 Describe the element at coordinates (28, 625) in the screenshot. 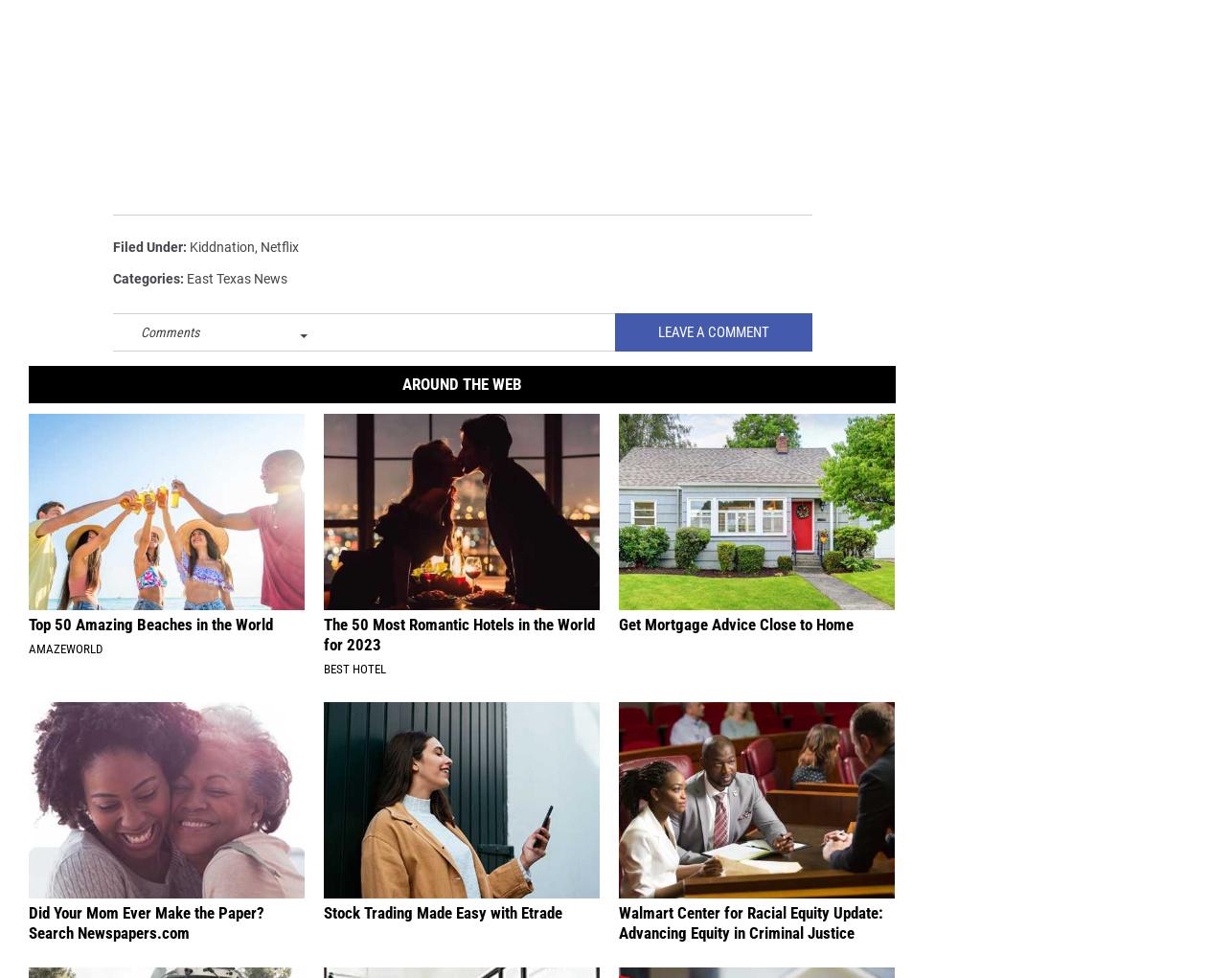

I see `'Top 50 Amazing Beaches in the World'` at that location.